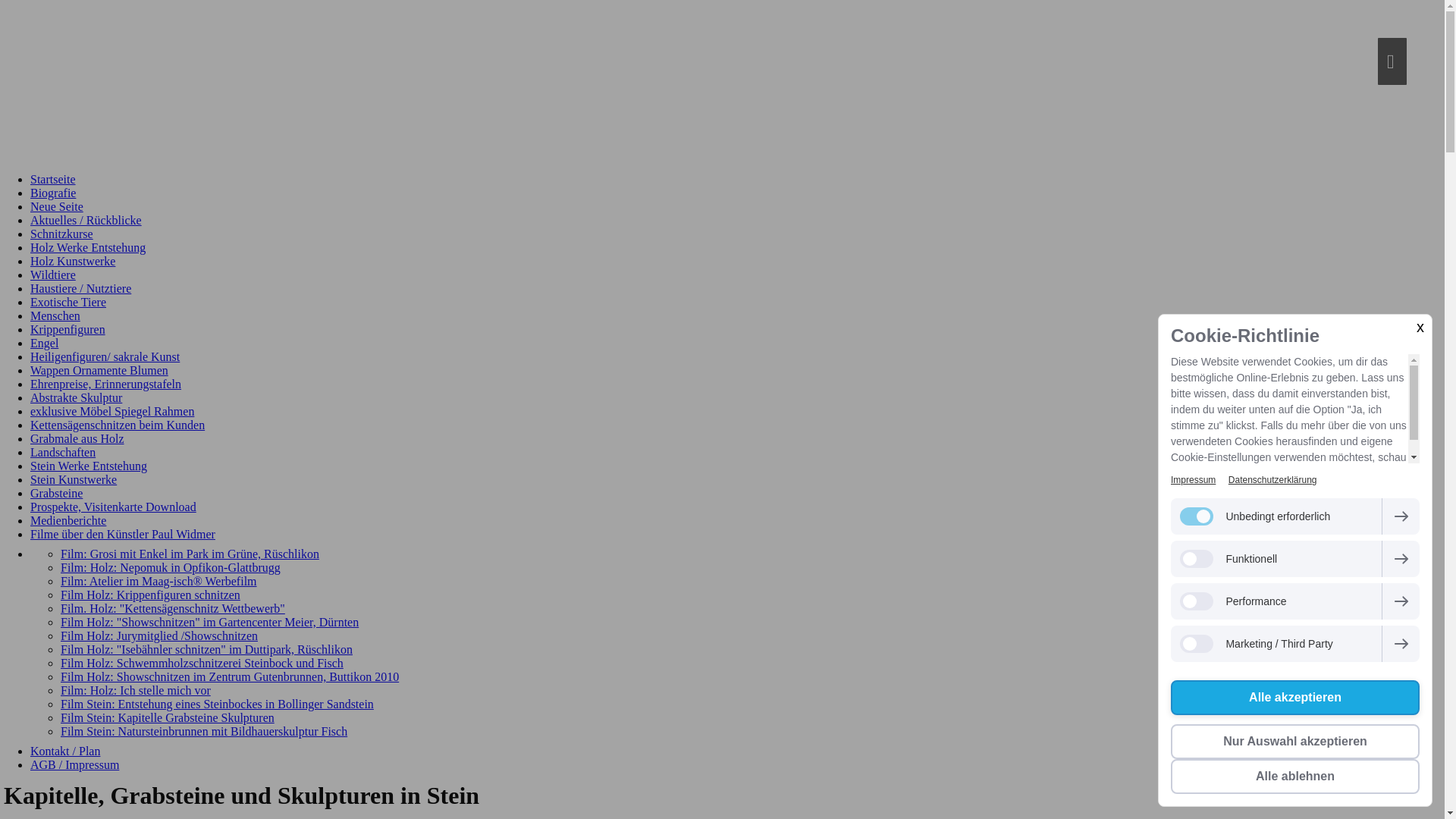  I want to click on 'Film Stein: Kapitelle Grabsteine Skulpturen', so click(167, 717).